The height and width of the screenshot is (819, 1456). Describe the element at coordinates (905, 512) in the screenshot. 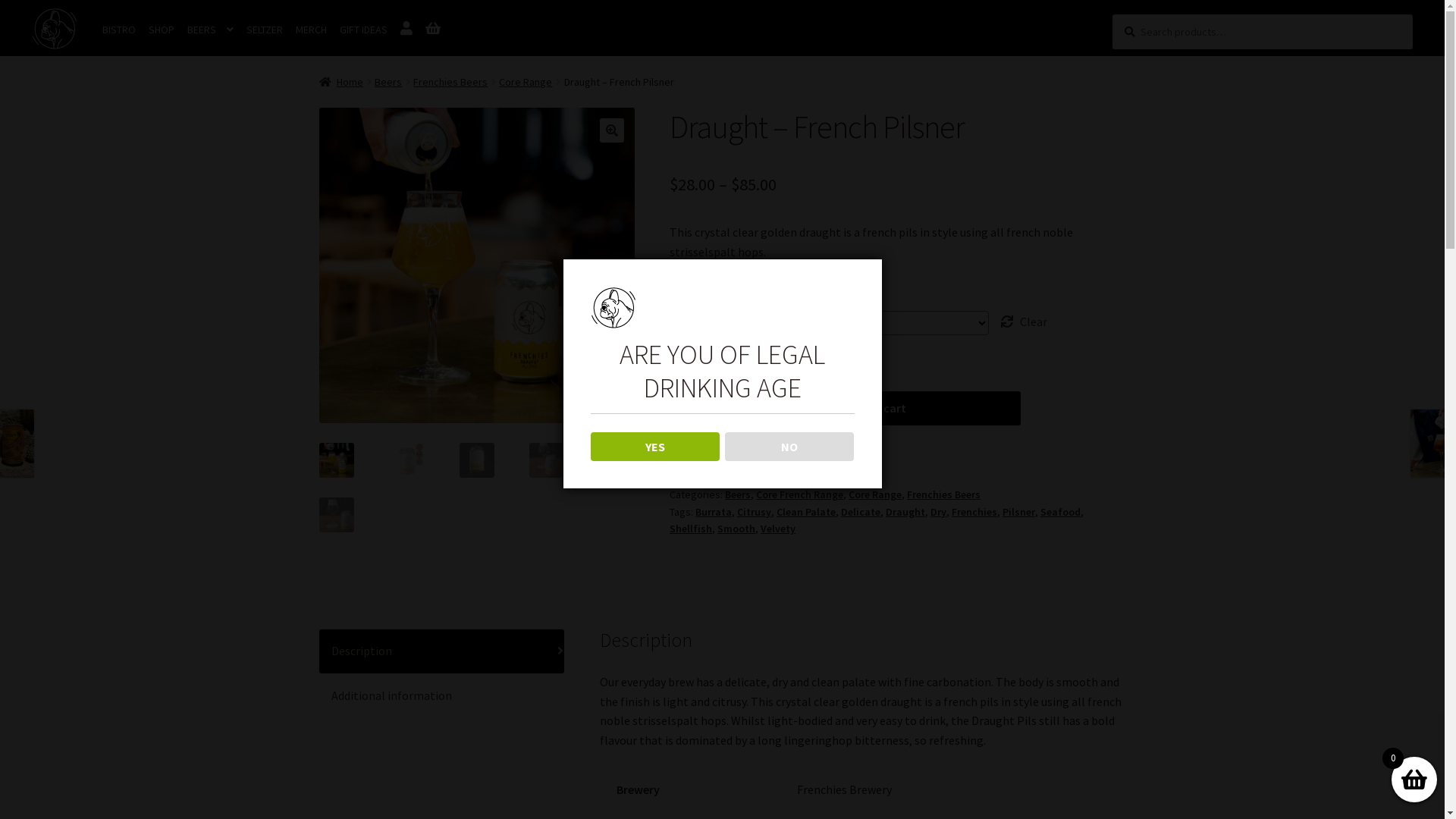

I see `'Draught'` at that location.